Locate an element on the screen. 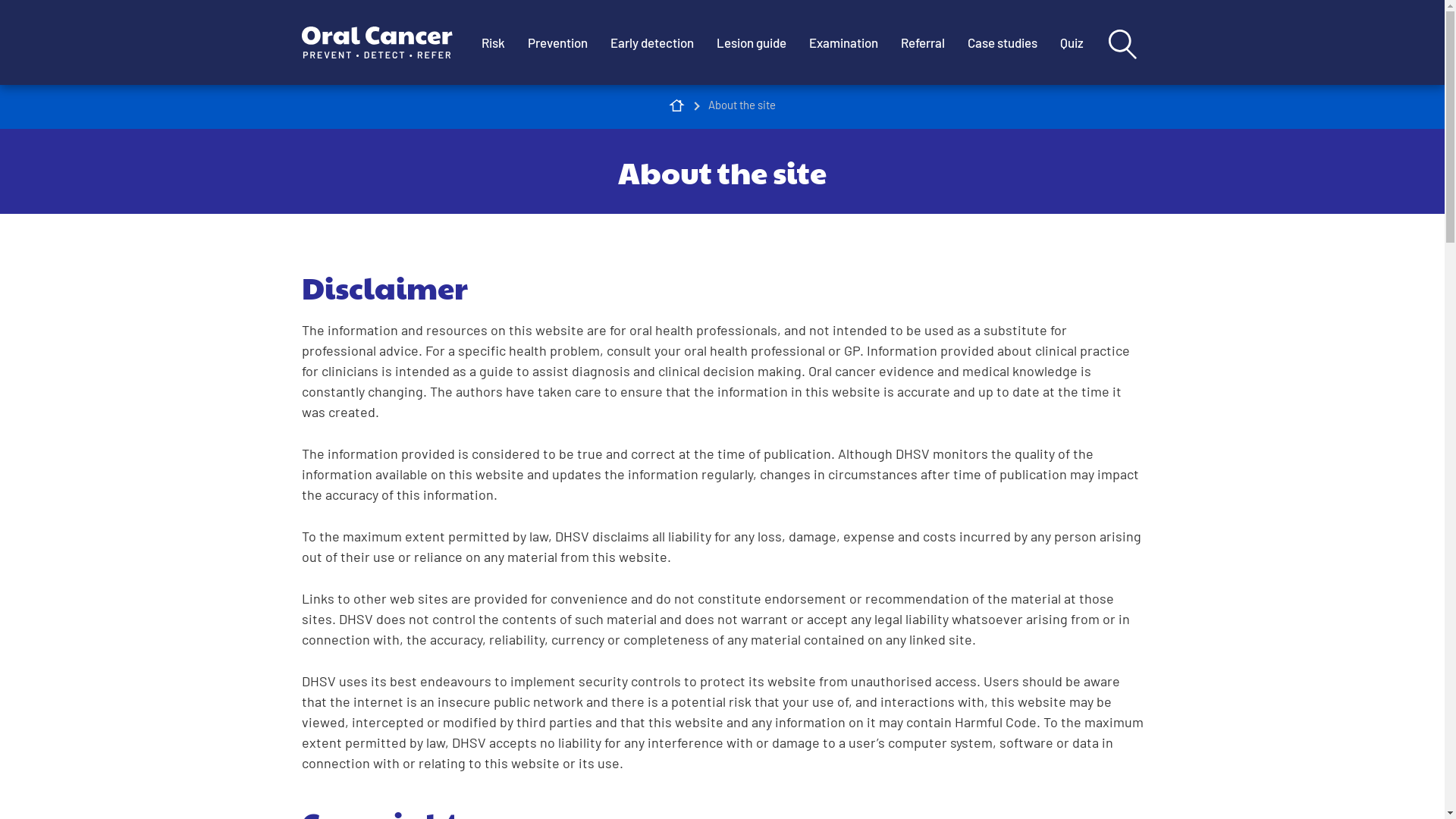 Image resolution: width=1456 pixels, height=819 pixels. 'Open/Close Search Field' is located at coordinates (1122, 42).